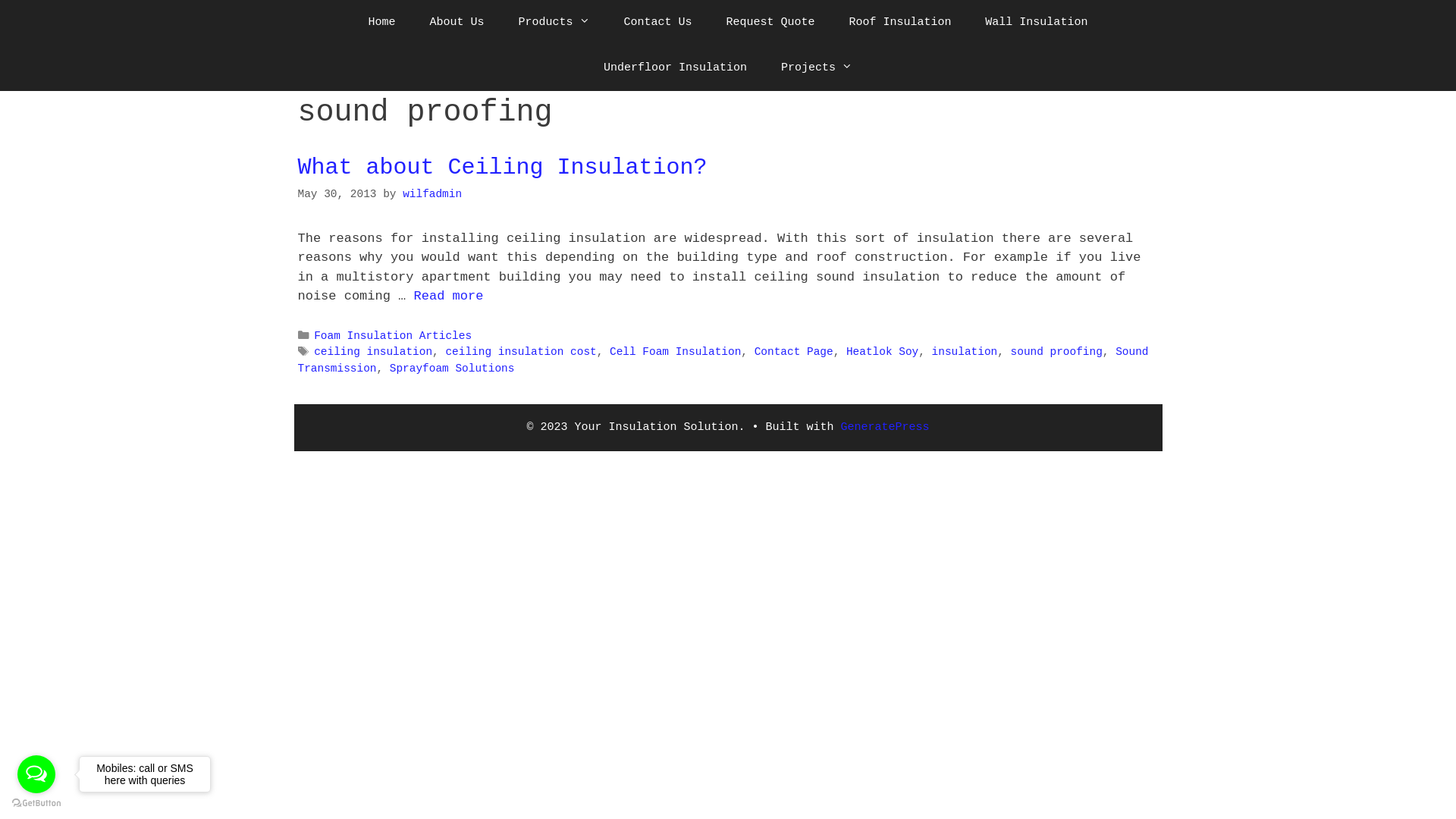 The image size is (1456, 819). Describe the element at coordinates (754, 351) in the screenshot. I see `'Contact Page'` at that location.